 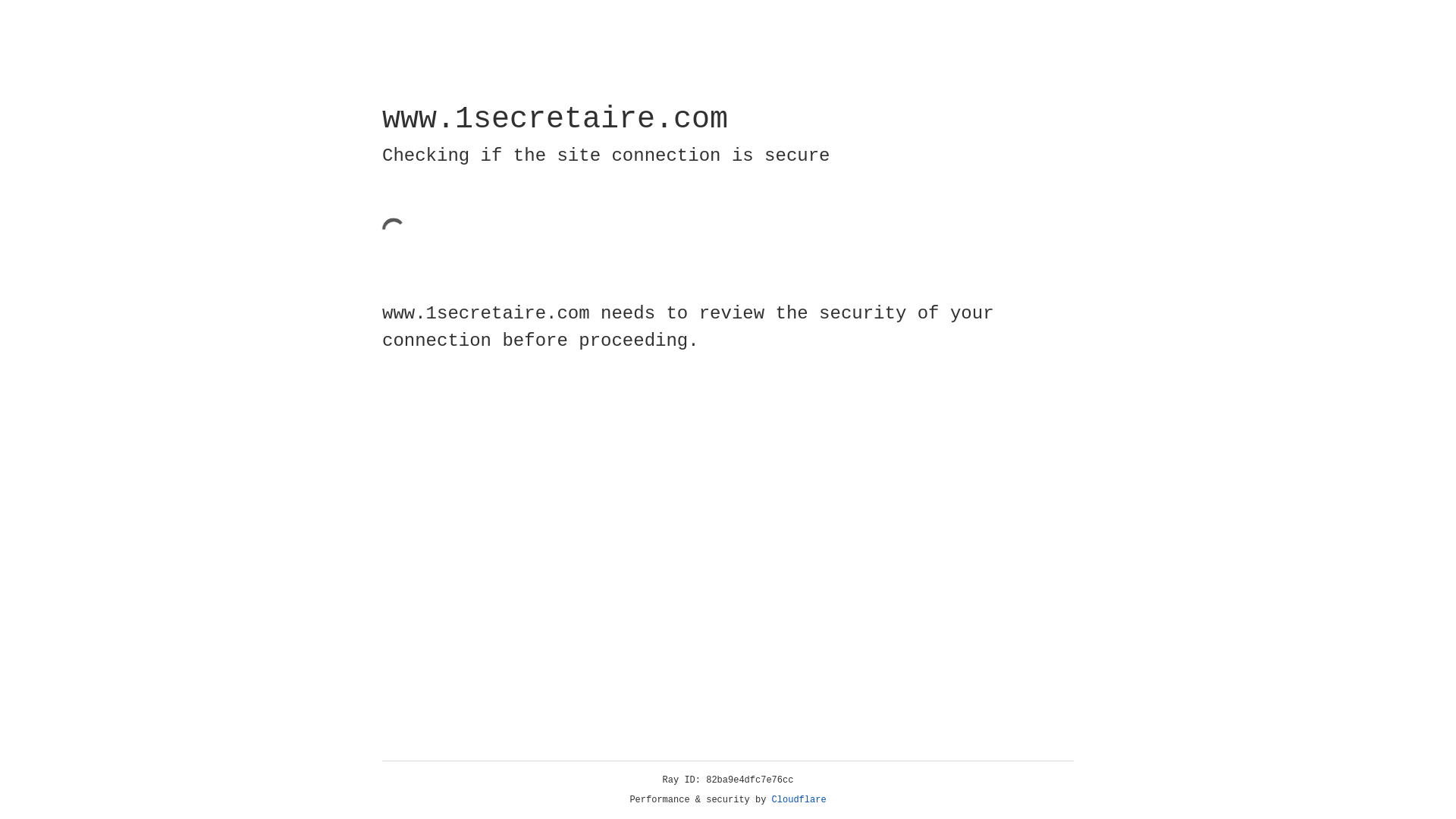 I want to click on 'Cloudflare', so click(x=799, y=799).